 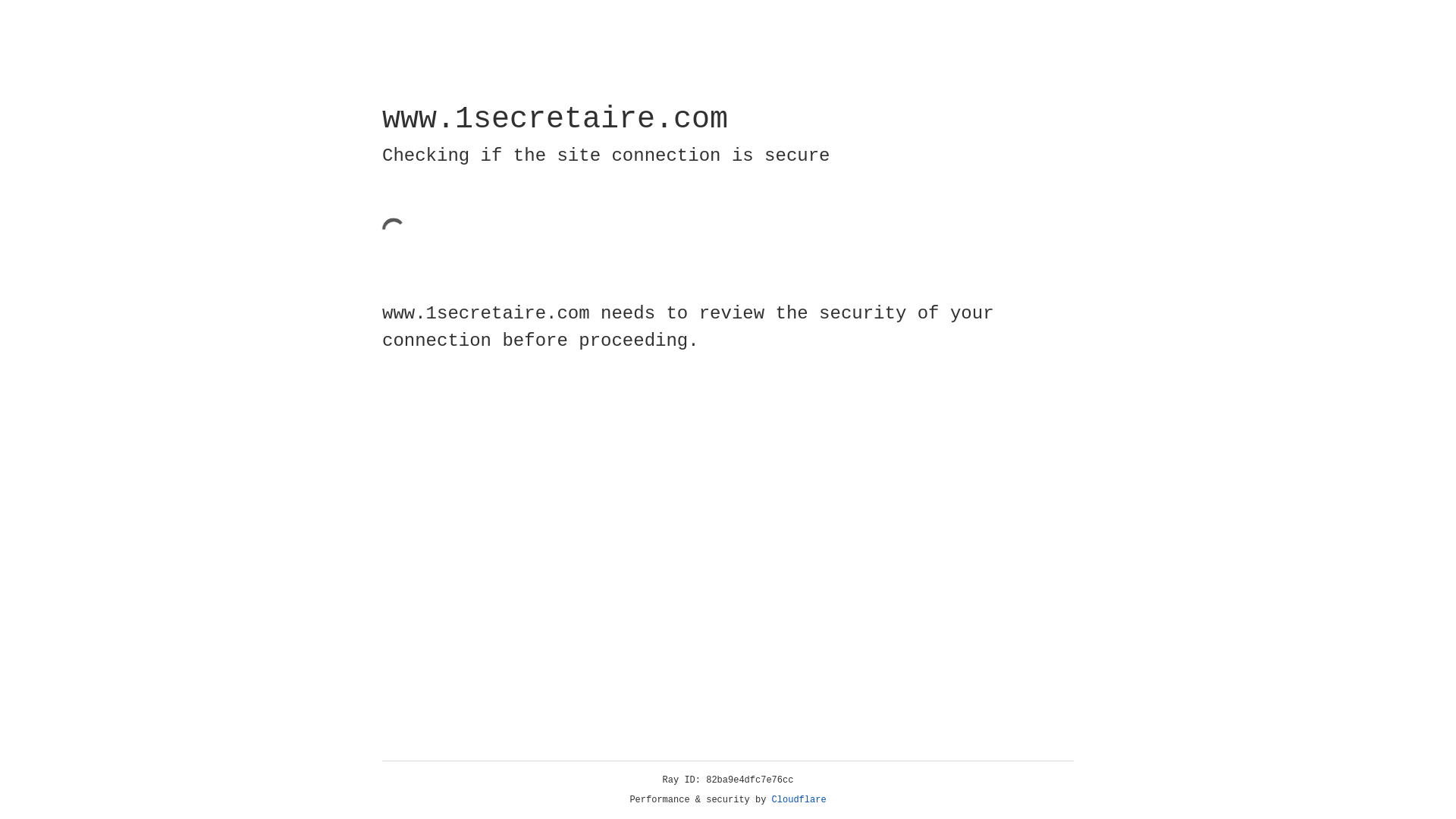 I want to click on 'Cloudflare', so click(x=799, y=799).